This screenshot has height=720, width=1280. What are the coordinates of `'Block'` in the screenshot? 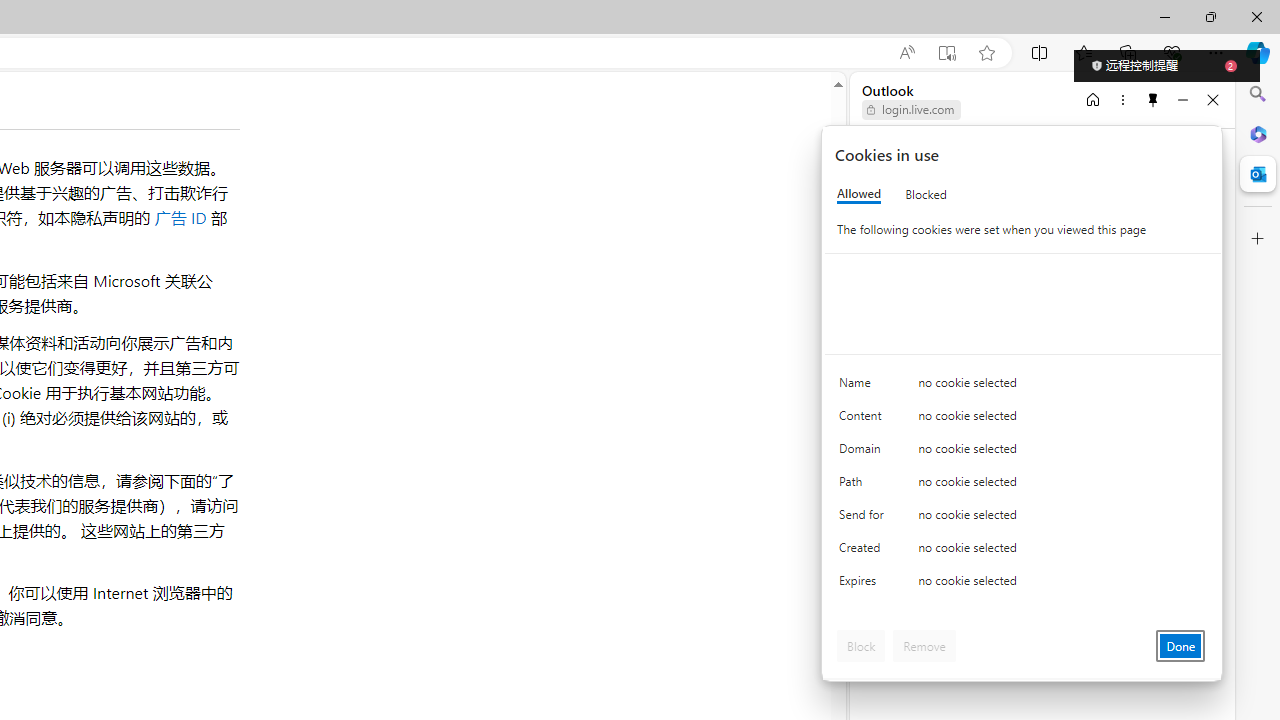 It's located at (861, 645).